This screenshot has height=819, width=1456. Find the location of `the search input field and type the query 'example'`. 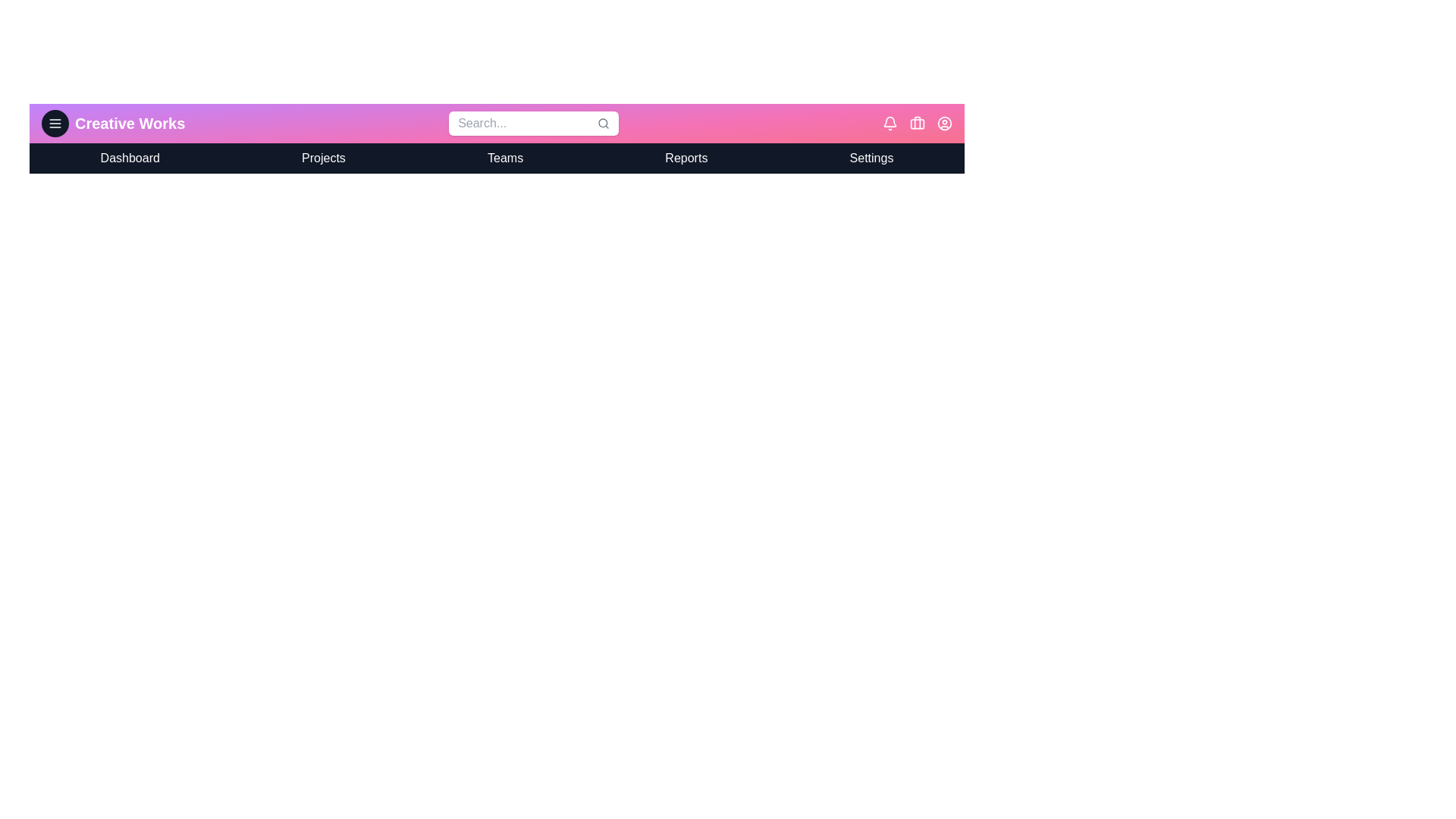

the search input field and type the query 'example' is located at coordinates (534, 122).